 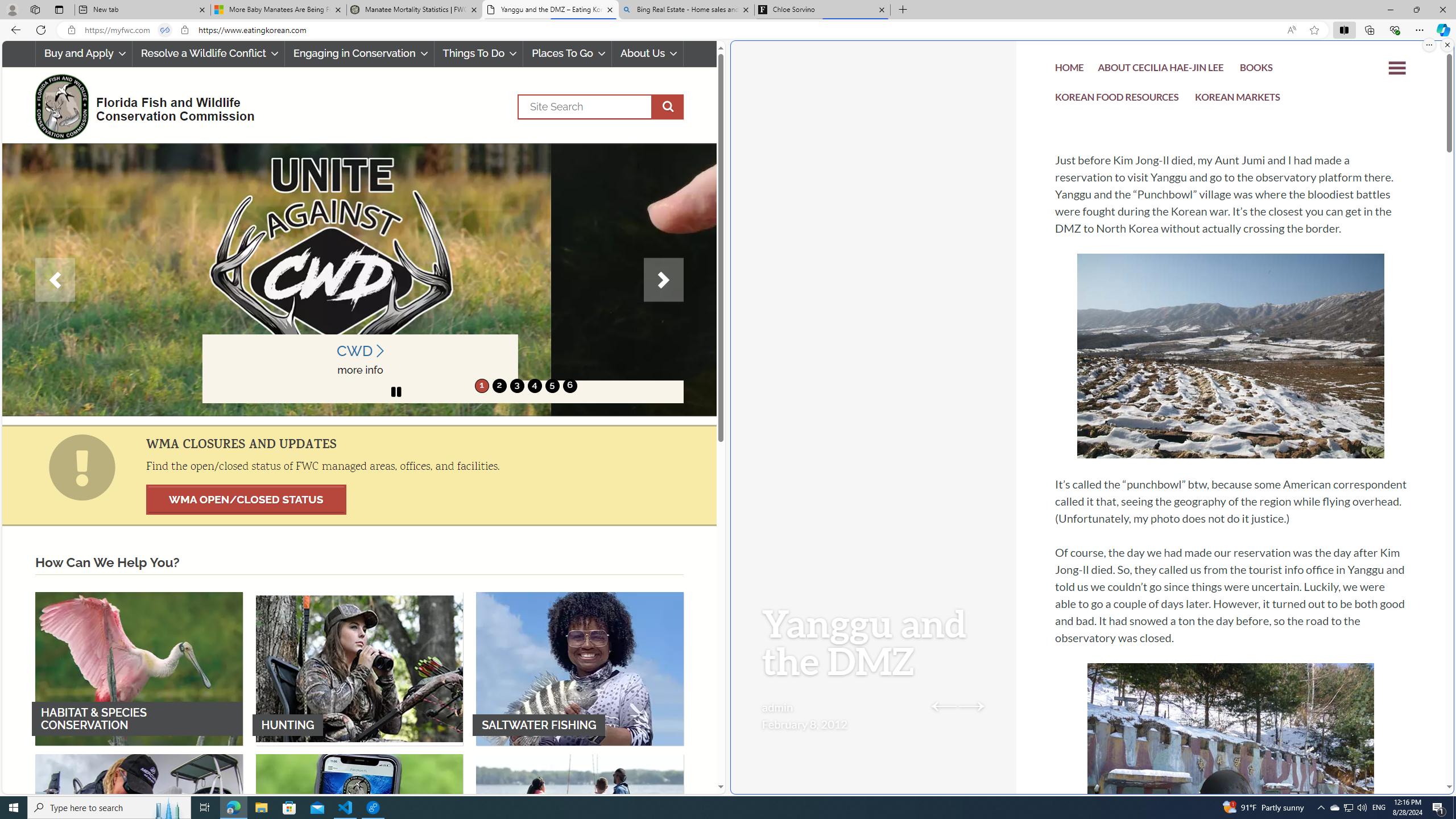 What do you see at coordinates (1161, 69) in the screenshot?
I see `'ABOUT CECILIA HAE-JIN LEE'` at bounding box center [1161, 69].